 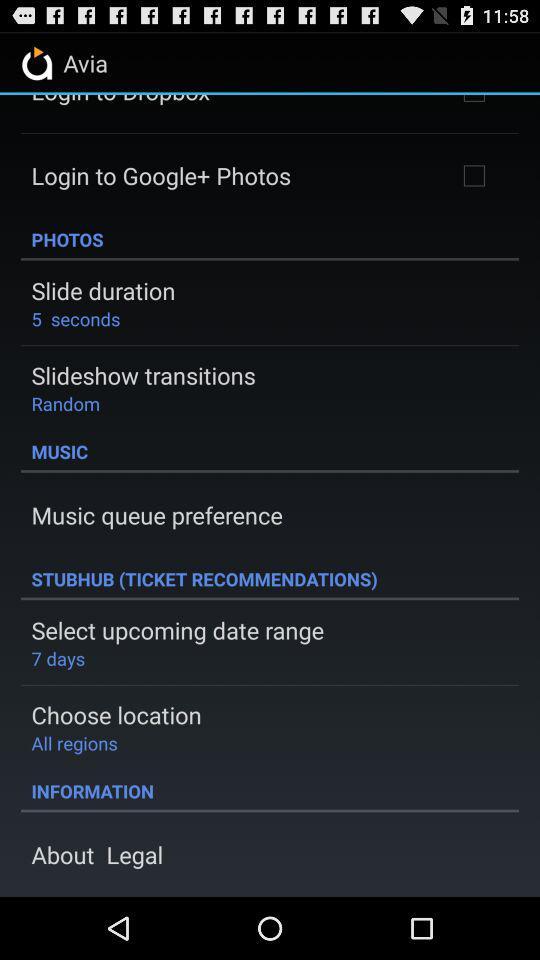 I want to click on the icon above all regions icon, so click(x=116, y=714).